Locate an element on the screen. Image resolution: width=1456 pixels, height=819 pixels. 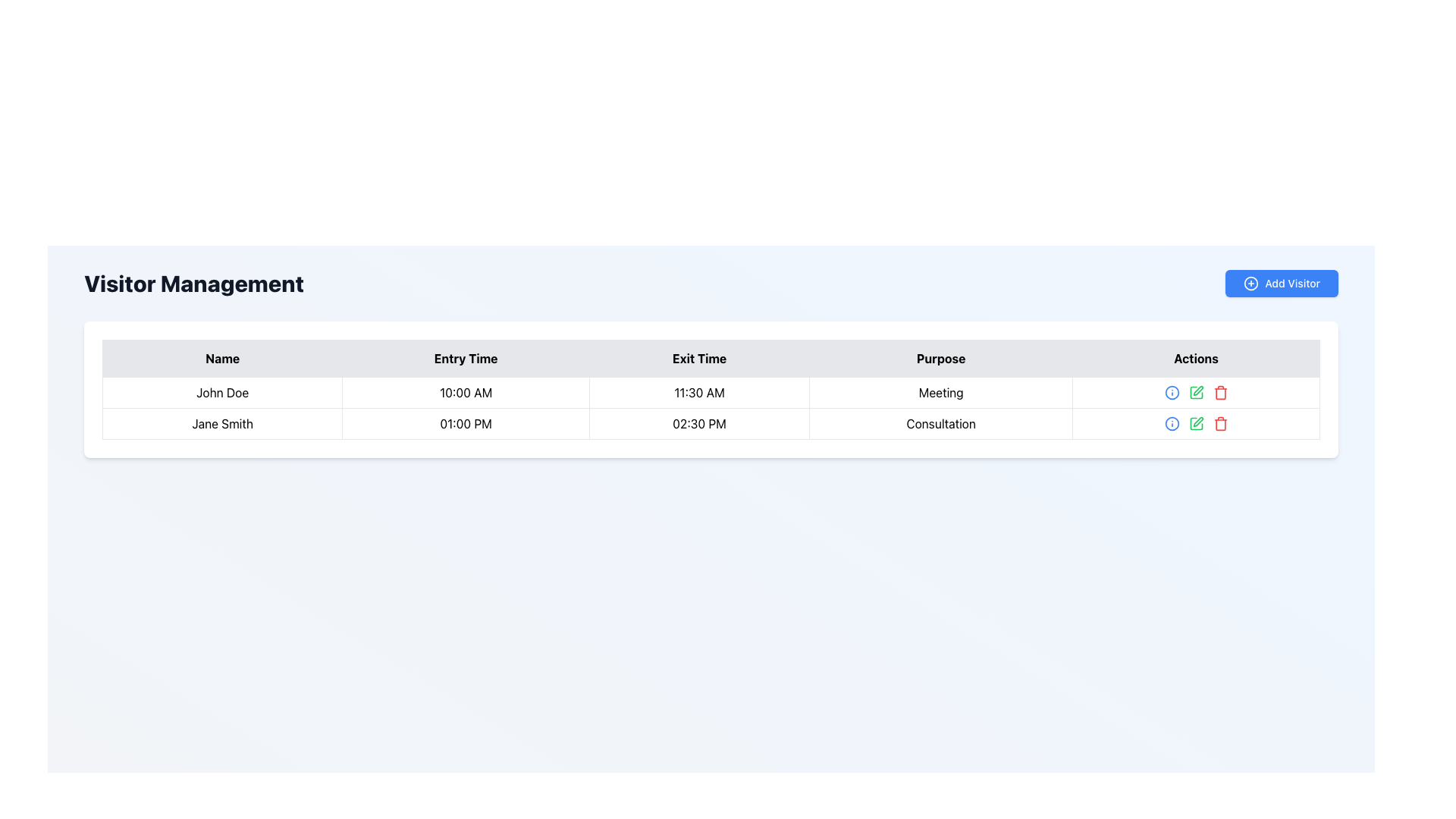
the square-shaped icon in the Actions column of the second row of the table is located at coordinates (1195, 424).